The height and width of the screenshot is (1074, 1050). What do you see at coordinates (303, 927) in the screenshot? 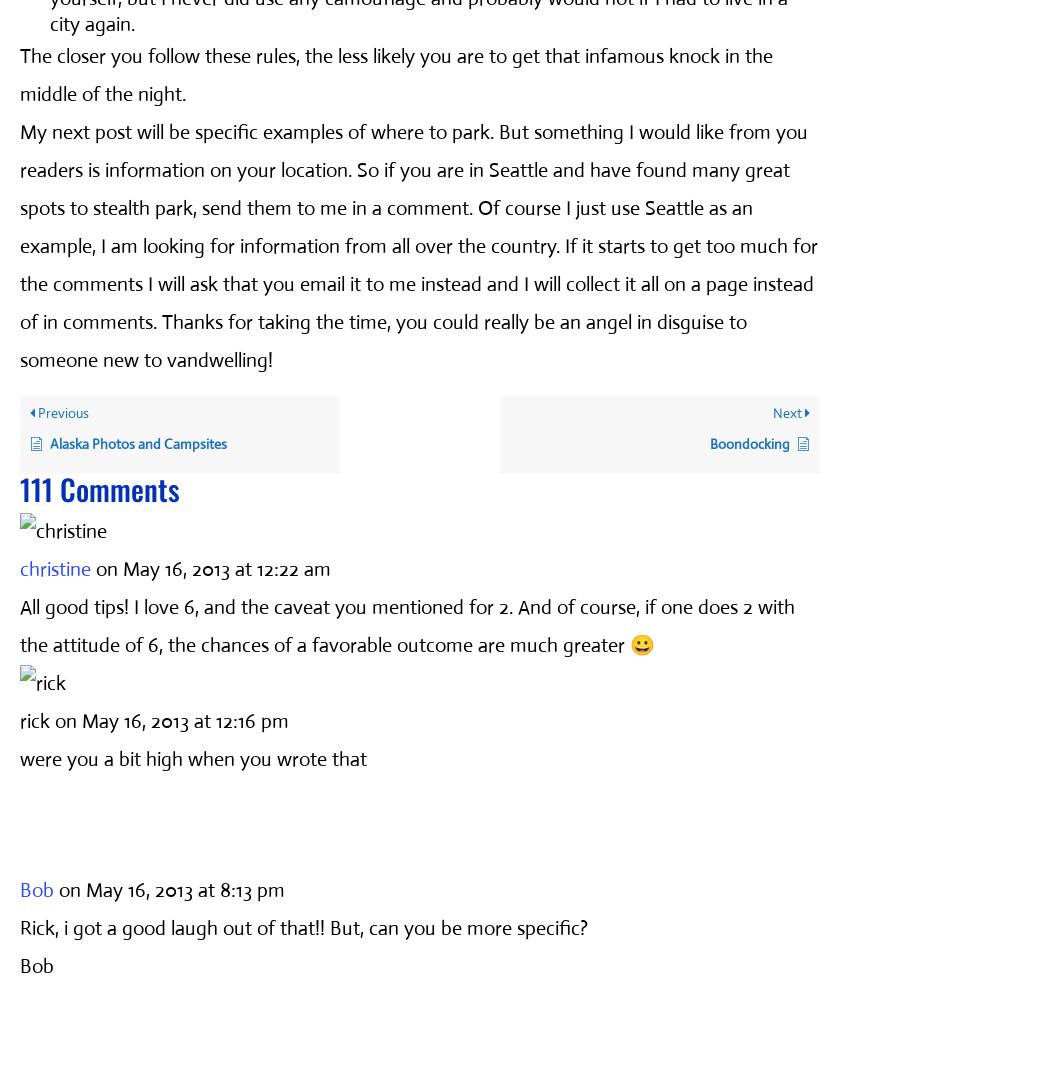
I see `'Rick, i got a good laugh out of that!! But, can you be more specific?'` at bounding box center [303, 927].